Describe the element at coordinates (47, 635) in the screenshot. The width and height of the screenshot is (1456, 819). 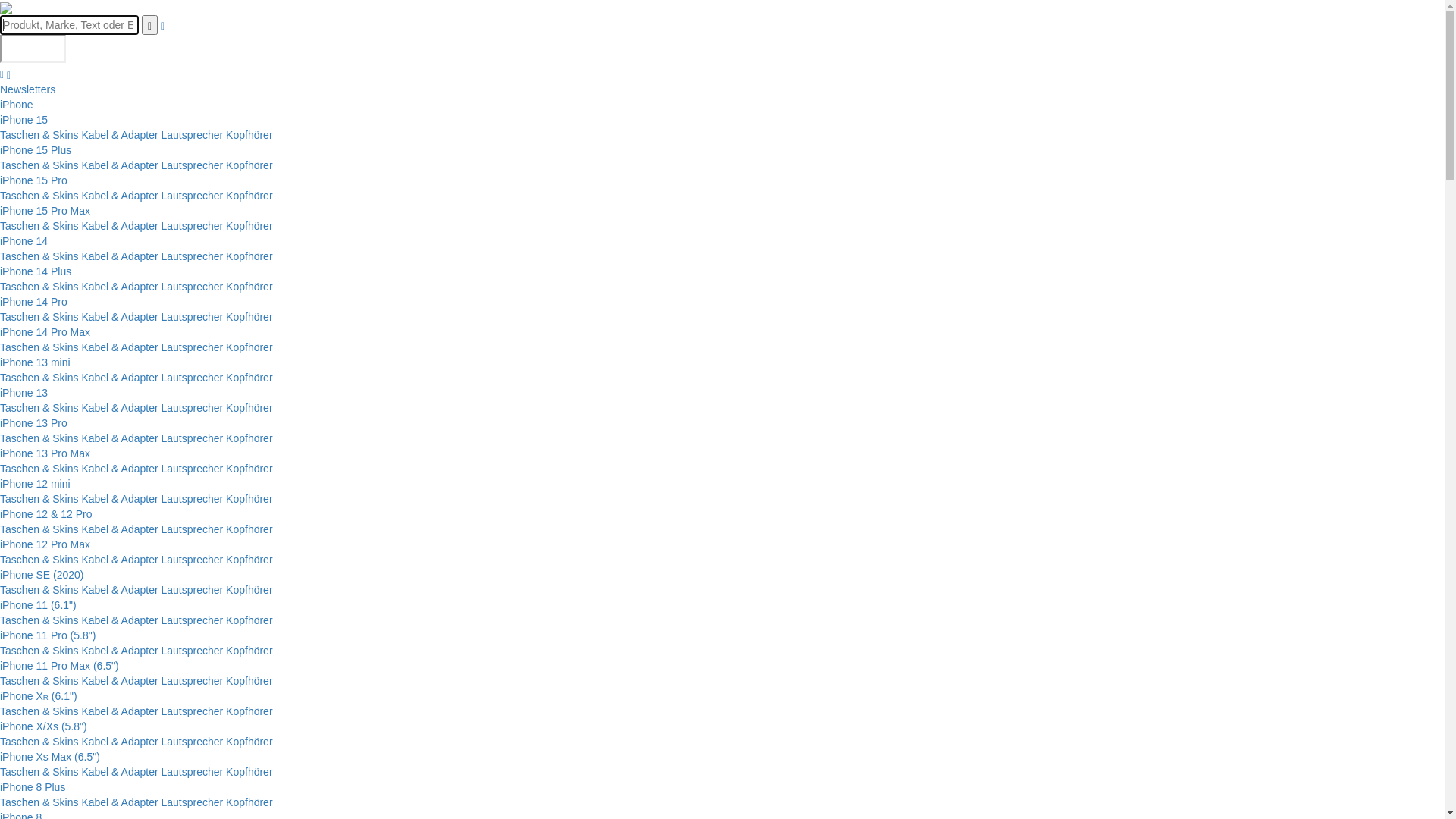
I see `'iPhone 11 Pro (5.8")'` at that location.